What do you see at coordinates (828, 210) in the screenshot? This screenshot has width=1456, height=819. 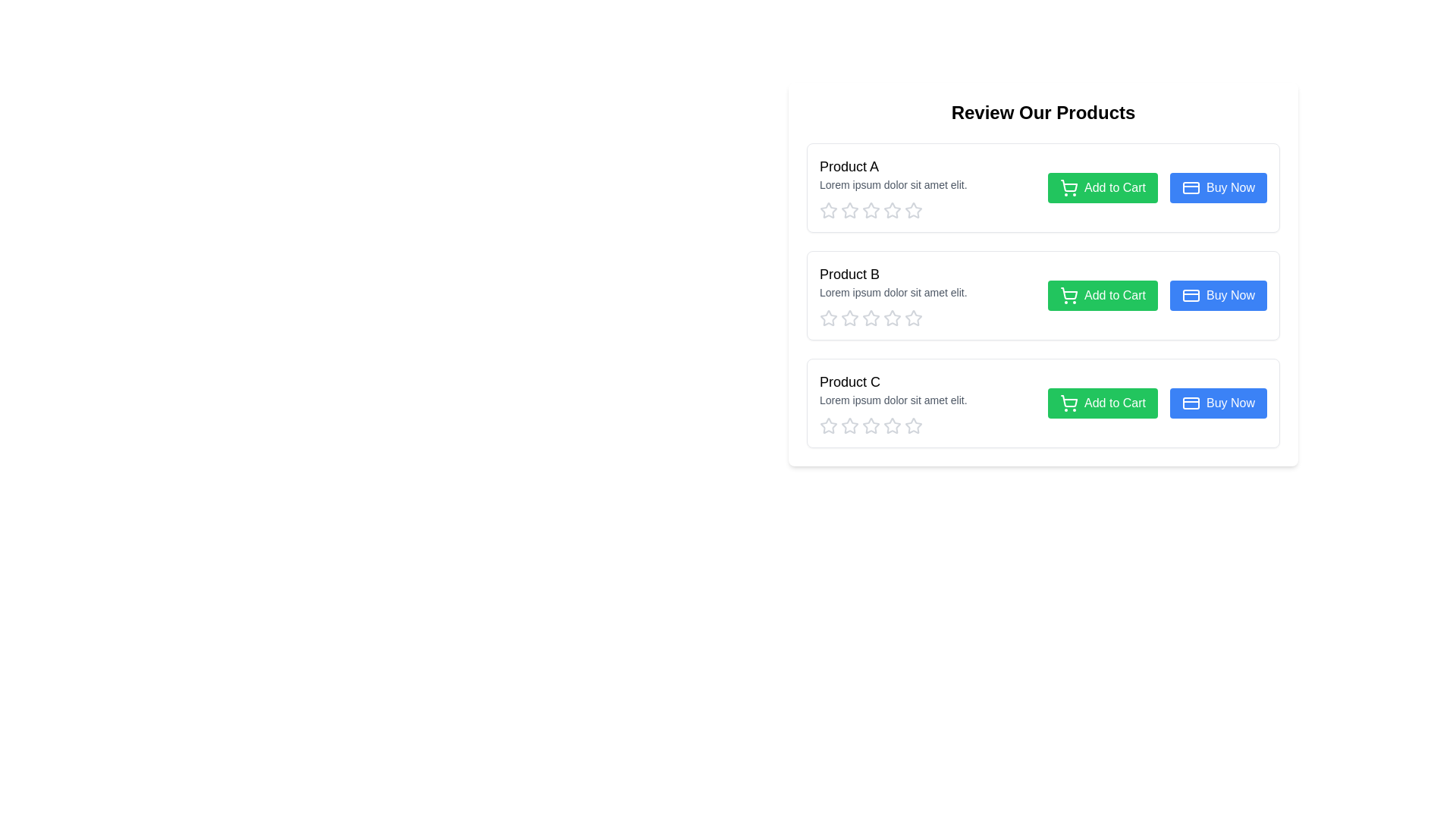 I see `the first rating star icon for 'Product A'` at bounding box center [828, 210].